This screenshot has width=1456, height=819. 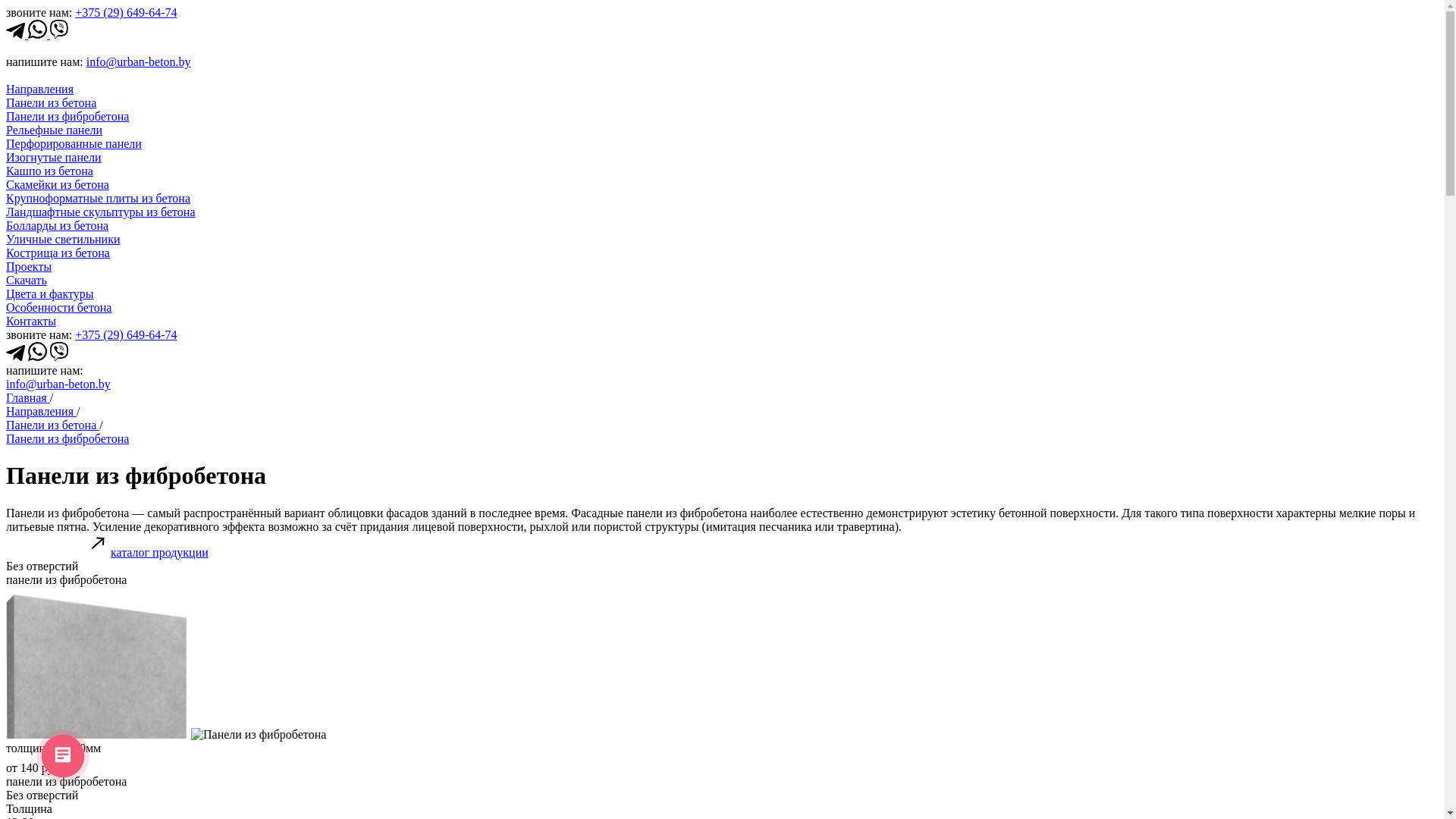 I want to click on 'info@urban-beton.by', so click(x=138, y=61).